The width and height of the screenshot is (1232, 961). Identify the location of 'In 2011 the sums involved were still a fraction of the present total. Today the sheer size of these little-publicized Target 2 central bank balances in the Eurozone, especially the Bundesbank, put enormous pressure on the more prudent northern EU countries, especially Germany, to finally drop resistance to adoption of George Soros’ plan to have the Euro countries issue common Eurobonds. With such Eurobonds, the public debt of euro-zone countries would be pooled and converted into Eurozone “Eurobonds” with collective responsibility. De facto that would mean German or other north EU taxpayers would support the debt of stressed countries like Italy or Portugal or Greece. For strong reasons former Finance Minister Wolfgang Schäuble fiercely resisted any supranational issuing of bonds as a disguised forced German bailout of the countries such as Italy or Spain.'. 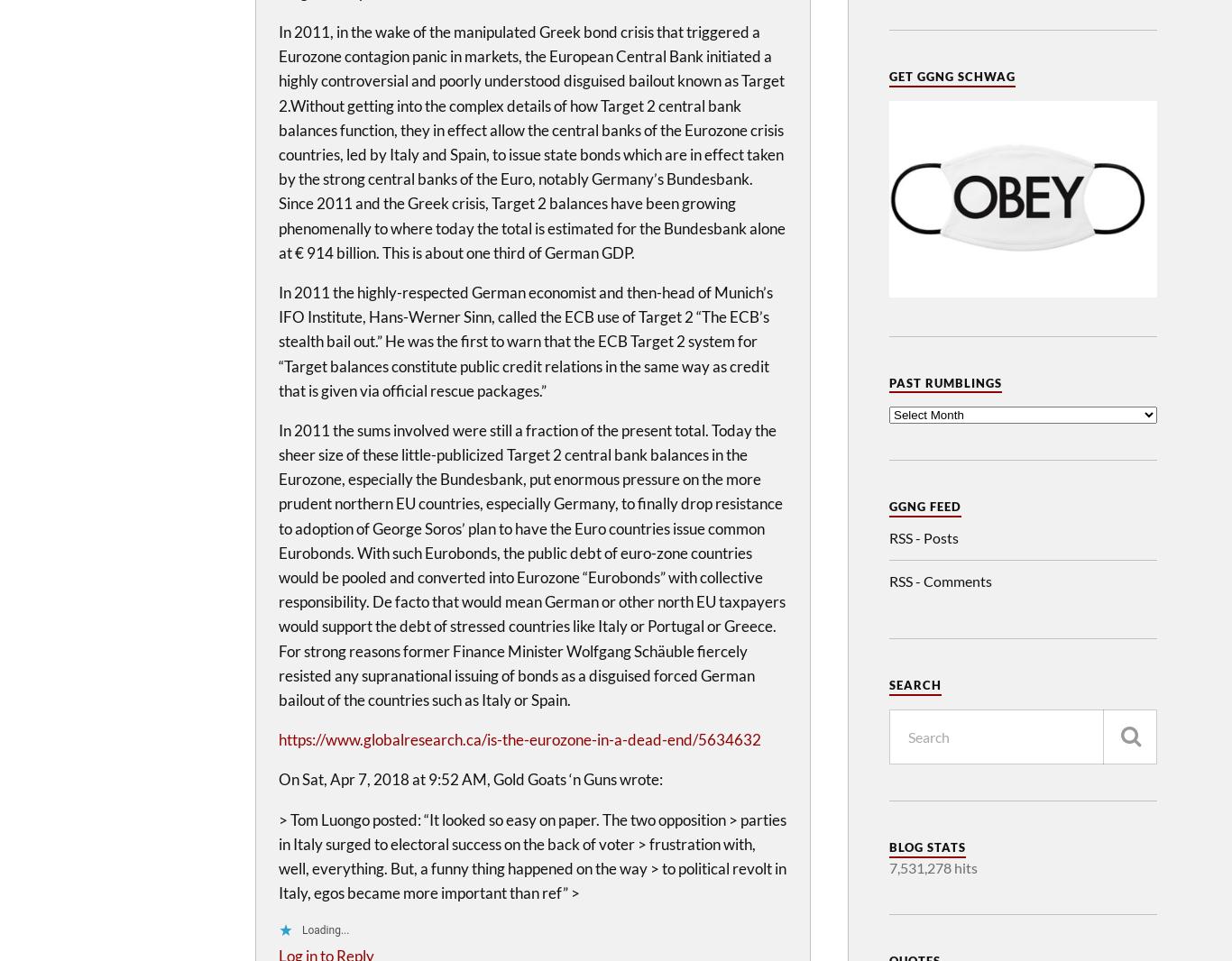
(278, 563).